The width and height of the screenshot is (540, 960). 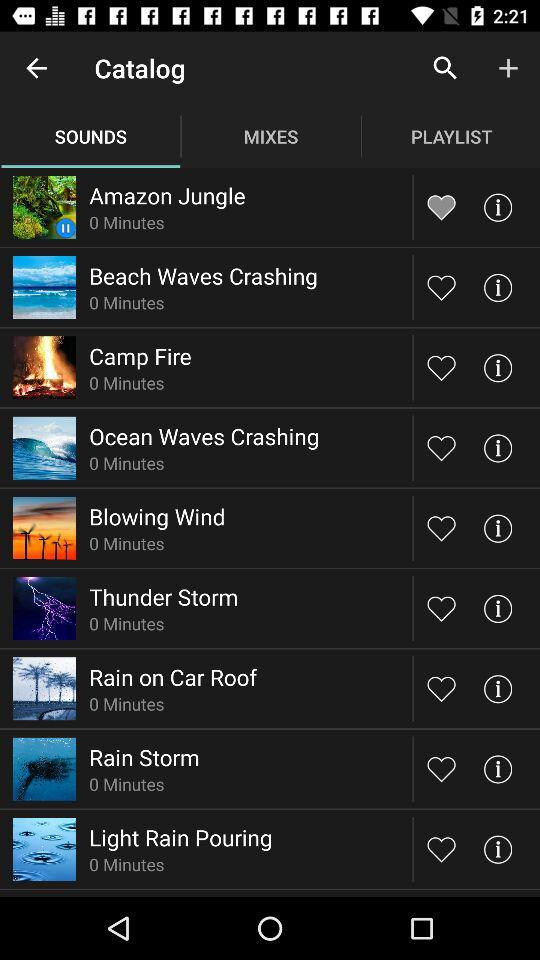 I want to click on track light rain pouring, so click(x=441, y=848).